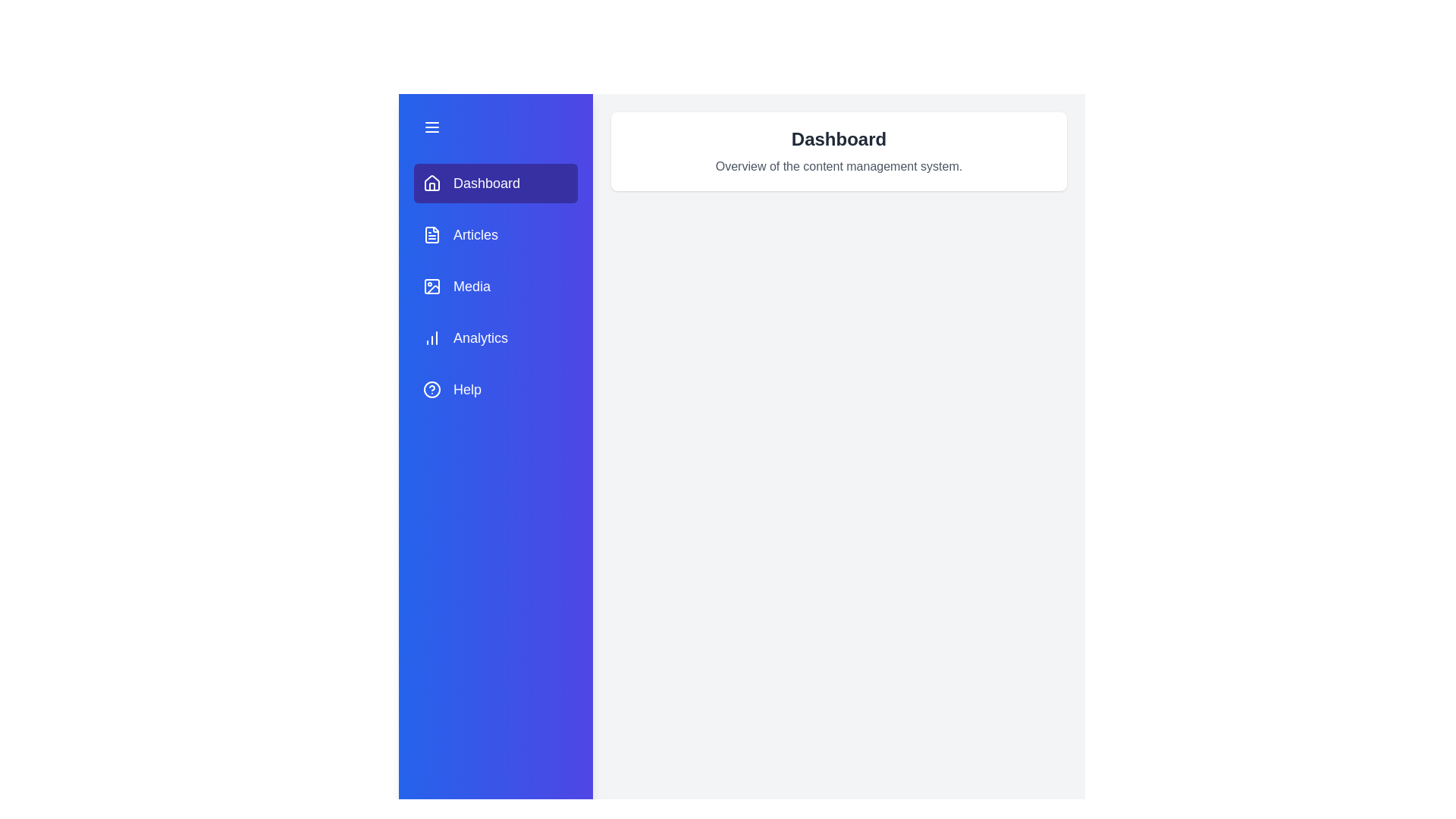  I want to click on the icon next to the tab labeled Articles to inspect its details, so click(431, 234).